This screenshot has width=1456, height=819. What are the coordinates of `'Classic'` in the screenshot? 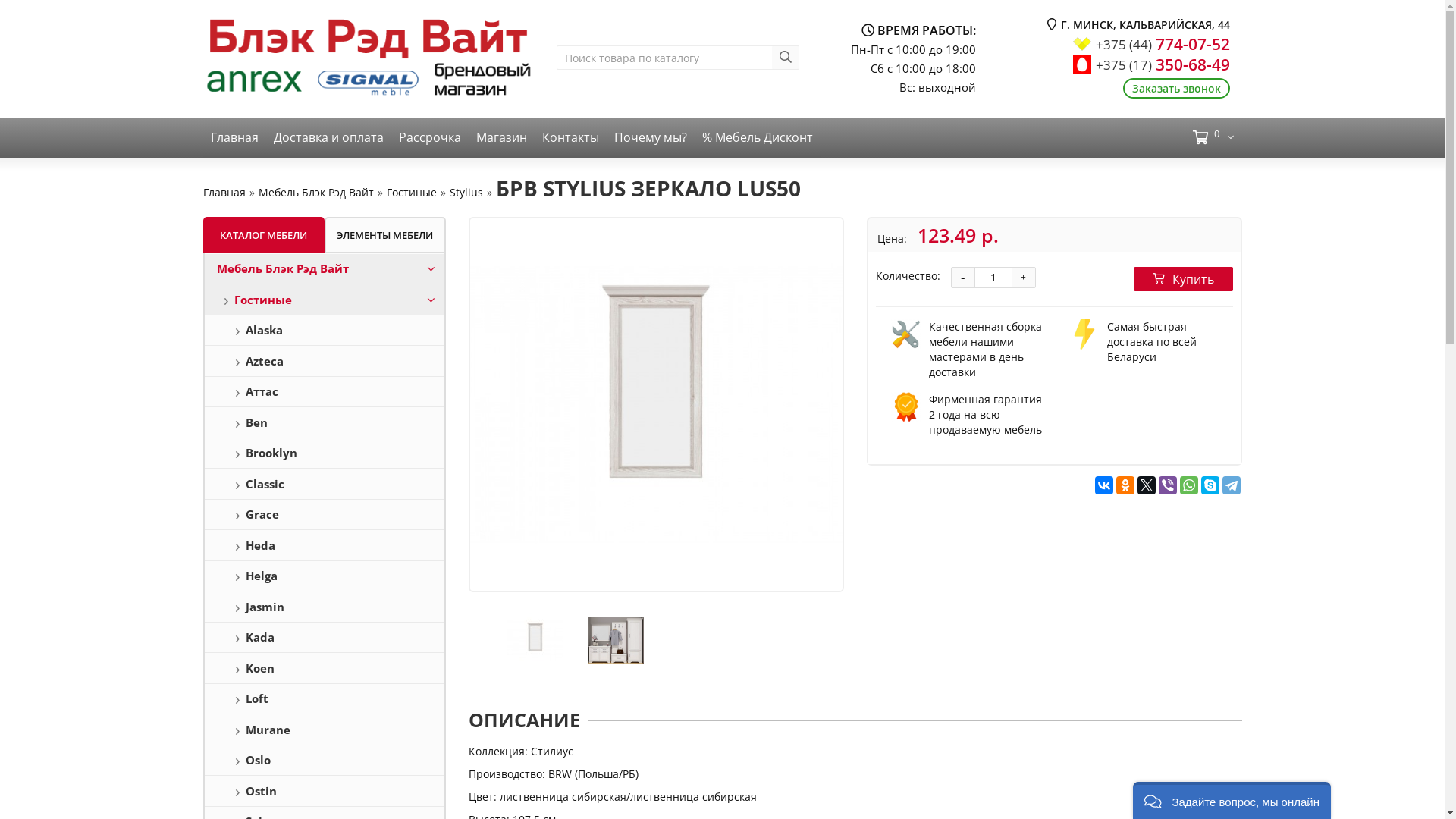 It's located at (323, 483).